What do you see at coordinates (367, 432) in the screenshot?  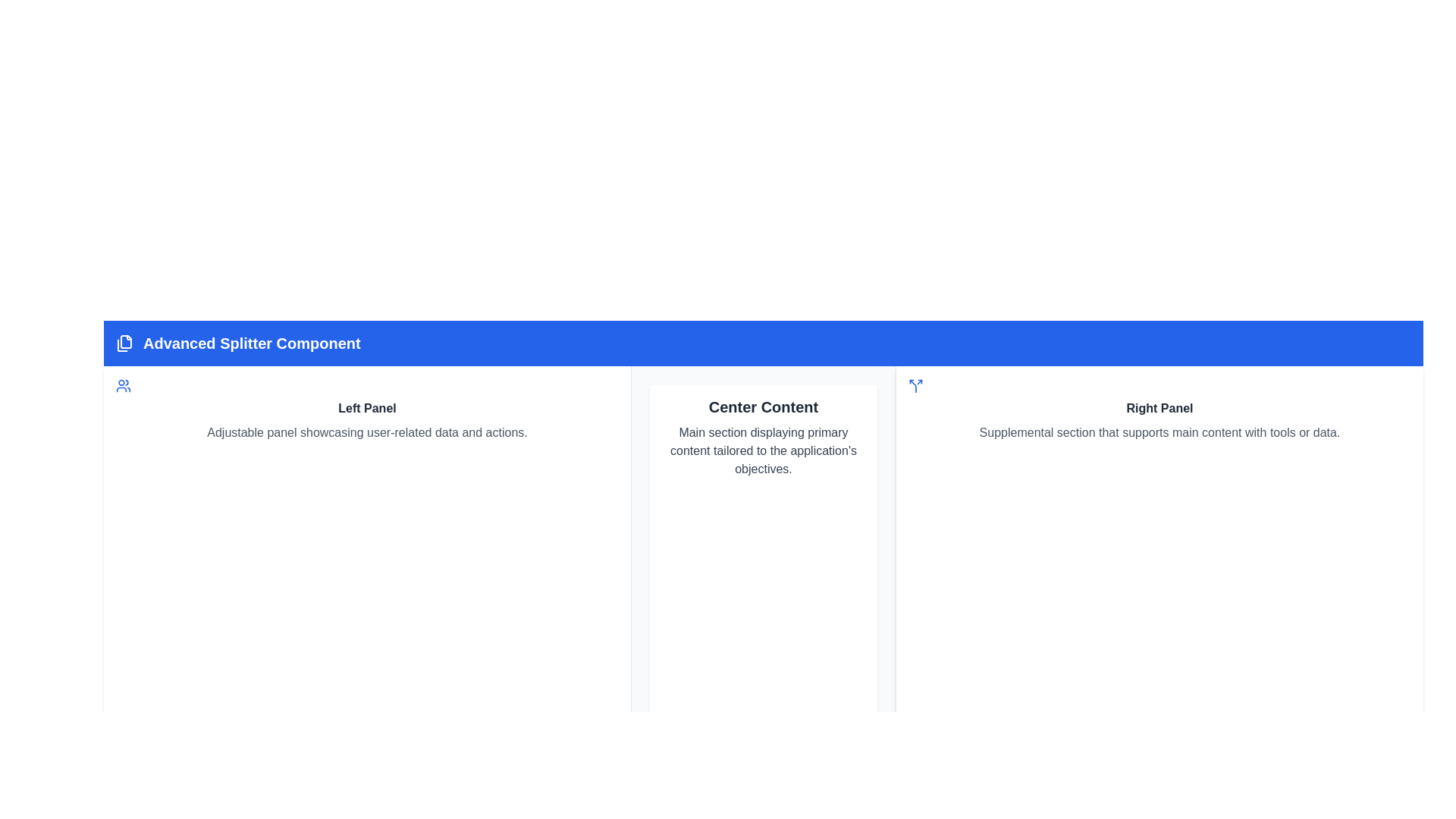 I see `the static text element styled in gray font color, positioned under the 'Left Panel' heading within the left-side panel` at bounding box center [367, 432].